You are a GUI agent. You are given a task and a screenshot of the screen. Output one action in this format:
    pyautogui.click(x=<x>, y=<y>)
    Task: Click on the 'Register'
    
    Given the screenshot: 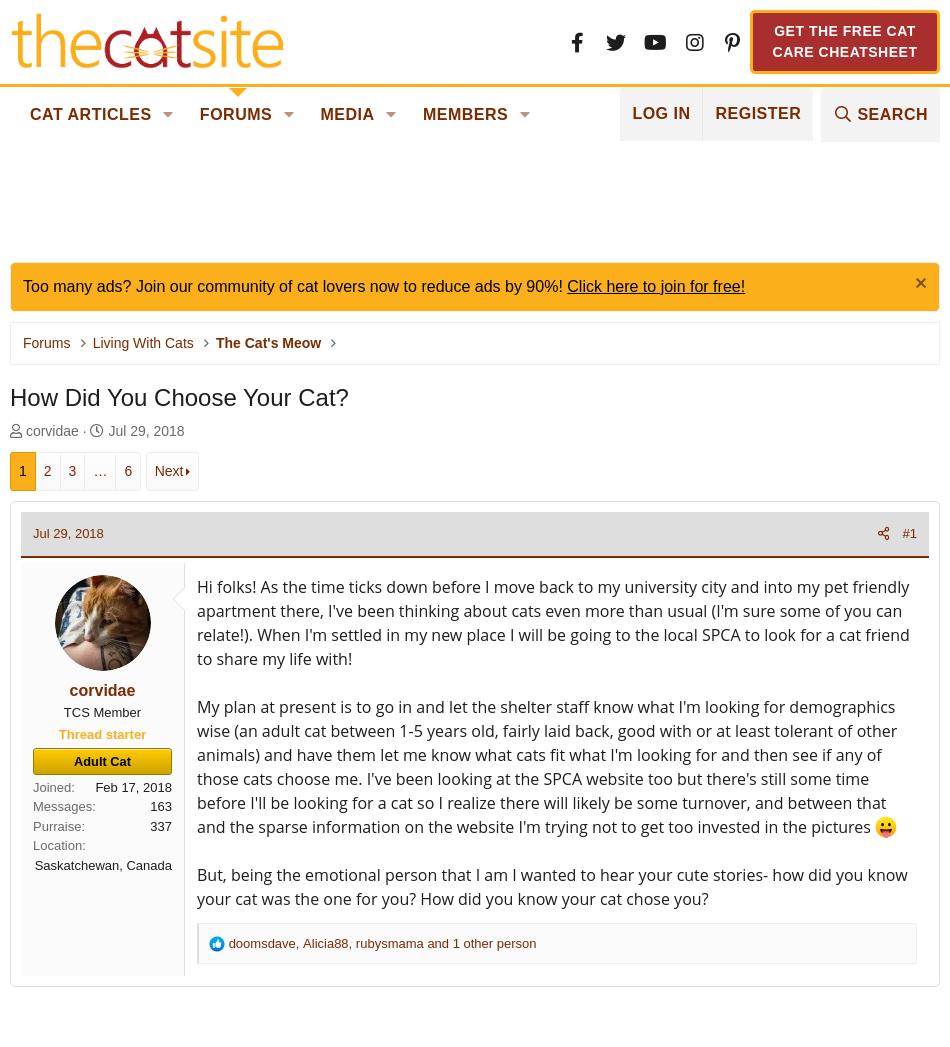 What is the action you would take?
    pyautogui.click(x=757, y=112)
    